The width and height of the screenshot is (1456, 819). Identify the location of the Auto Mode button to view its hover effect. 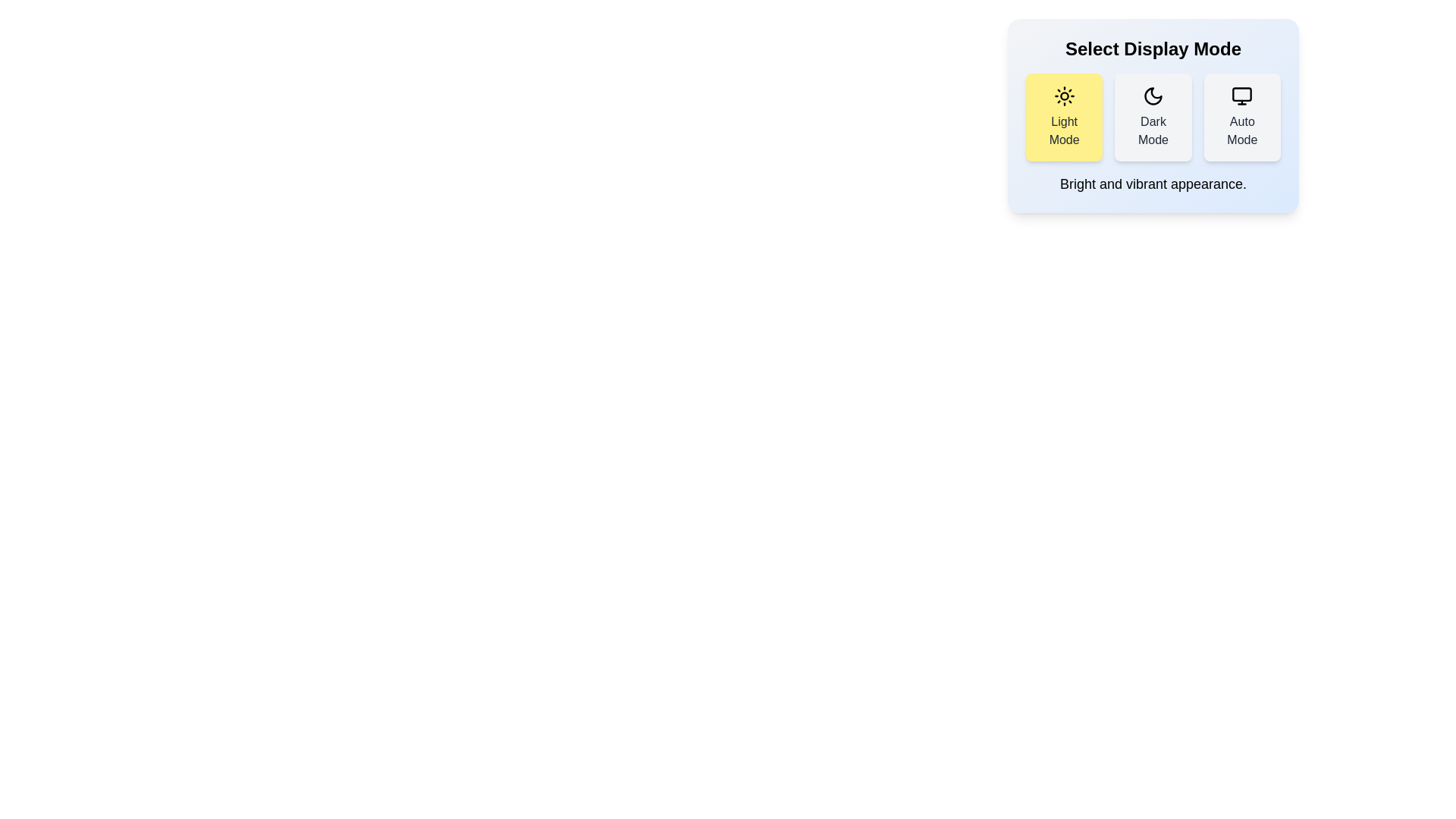
(1242, 116).